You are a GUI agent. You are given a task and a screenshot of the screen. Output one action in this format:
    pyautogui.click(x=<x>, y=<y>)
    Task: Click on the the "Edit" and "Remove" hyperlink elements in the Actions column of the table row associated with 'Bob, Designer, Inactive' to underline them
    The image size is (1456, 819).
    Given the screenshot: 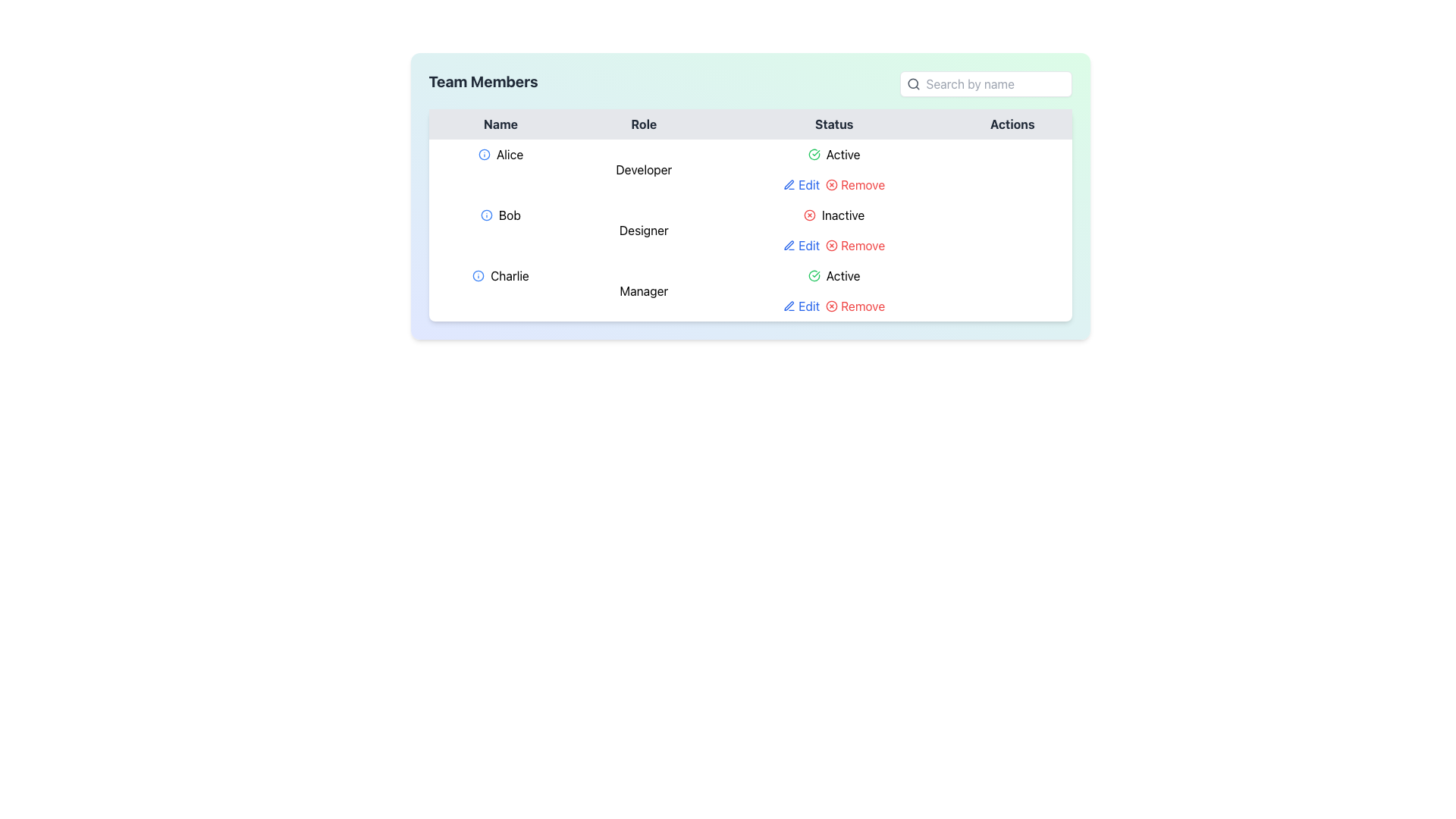 What is the action you would take?
    pyautogui.click(x=833, y=245)
    